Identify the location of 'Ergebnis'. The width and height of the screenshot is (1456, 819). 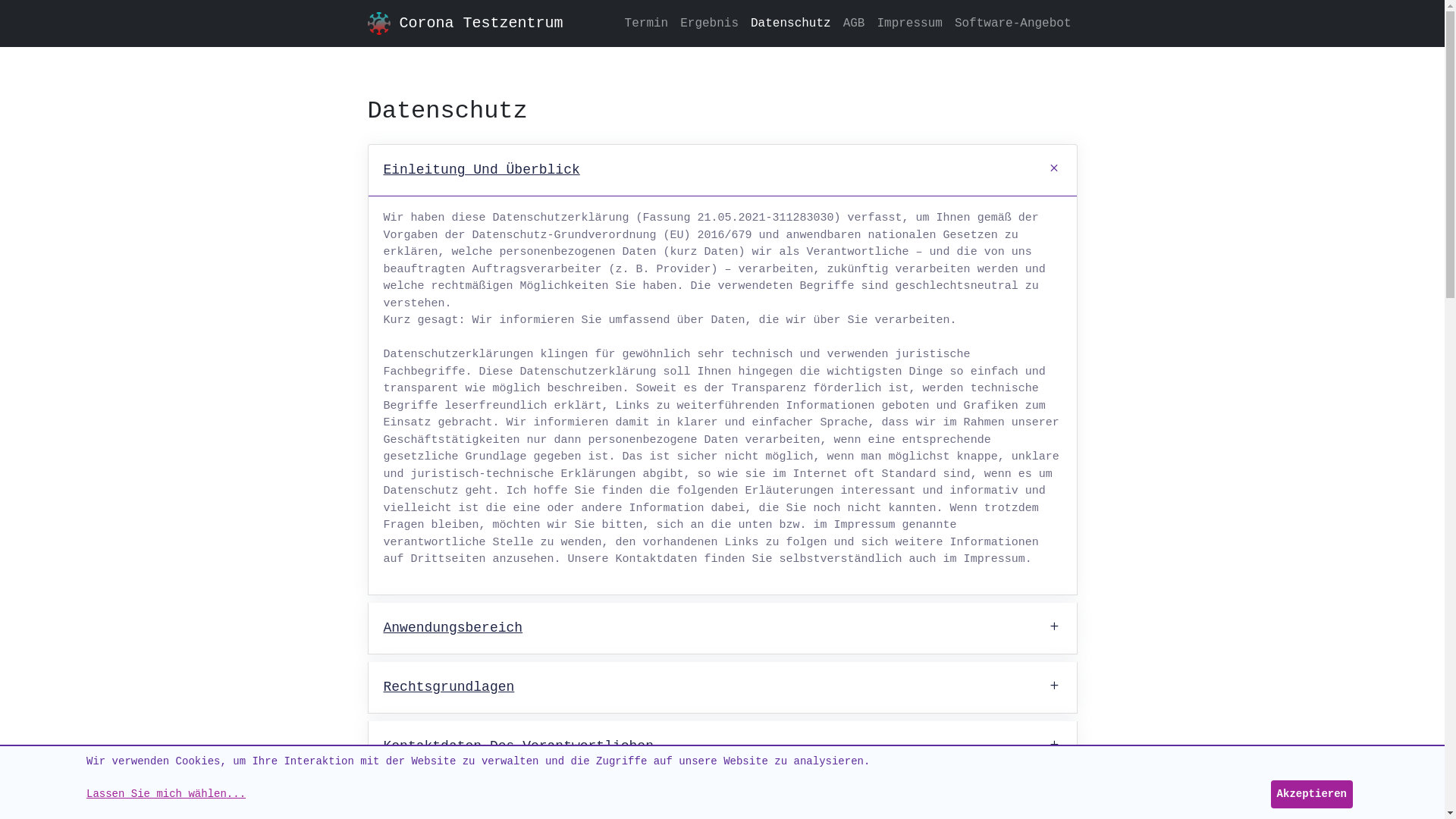
(708, 23).